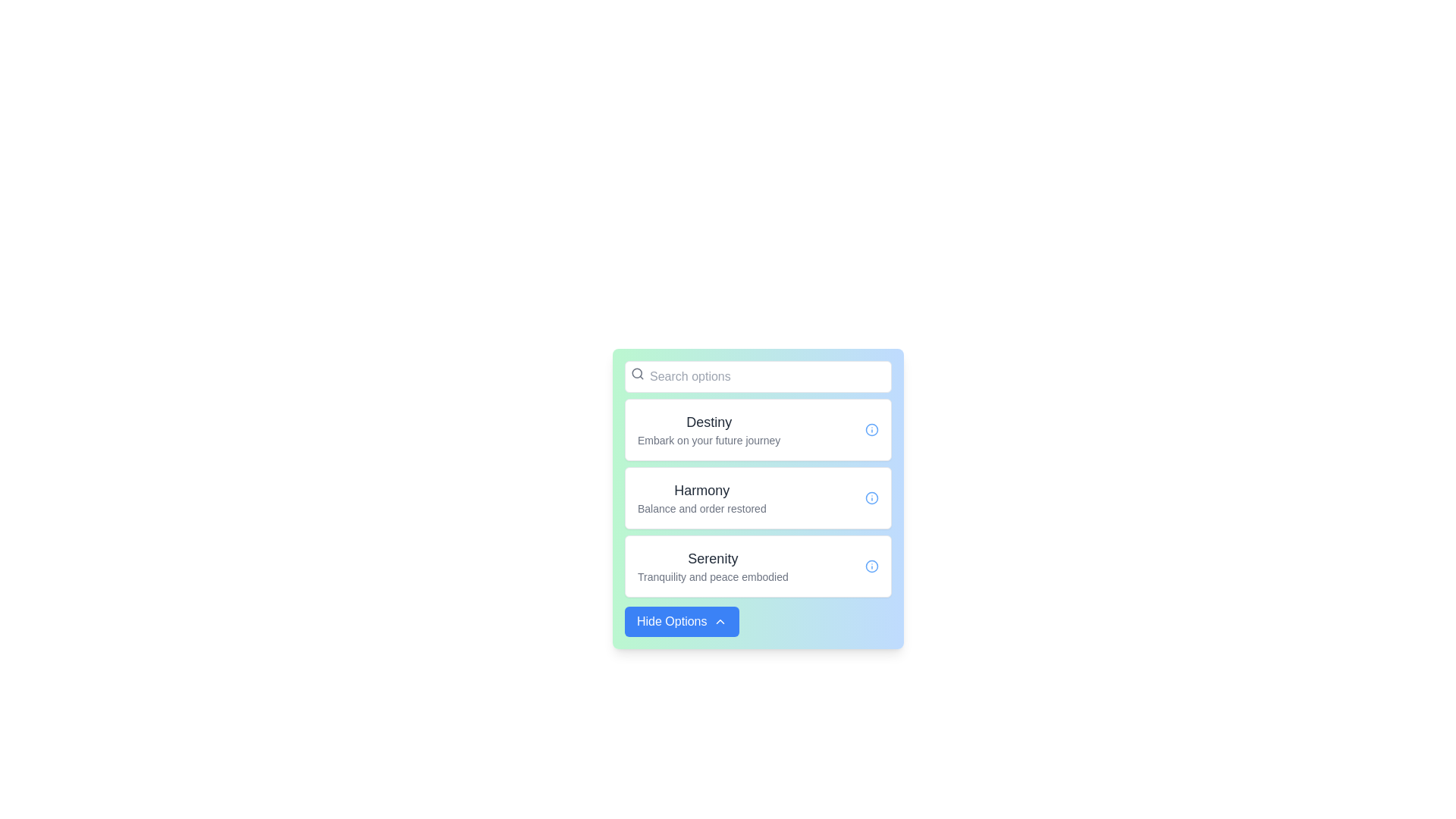 The height and width of the screenshot is (819, 1456). I want to click on the informational icon represented by a circular part located to the right of the 'Harmony' option in the list of items, so click(872, 497).